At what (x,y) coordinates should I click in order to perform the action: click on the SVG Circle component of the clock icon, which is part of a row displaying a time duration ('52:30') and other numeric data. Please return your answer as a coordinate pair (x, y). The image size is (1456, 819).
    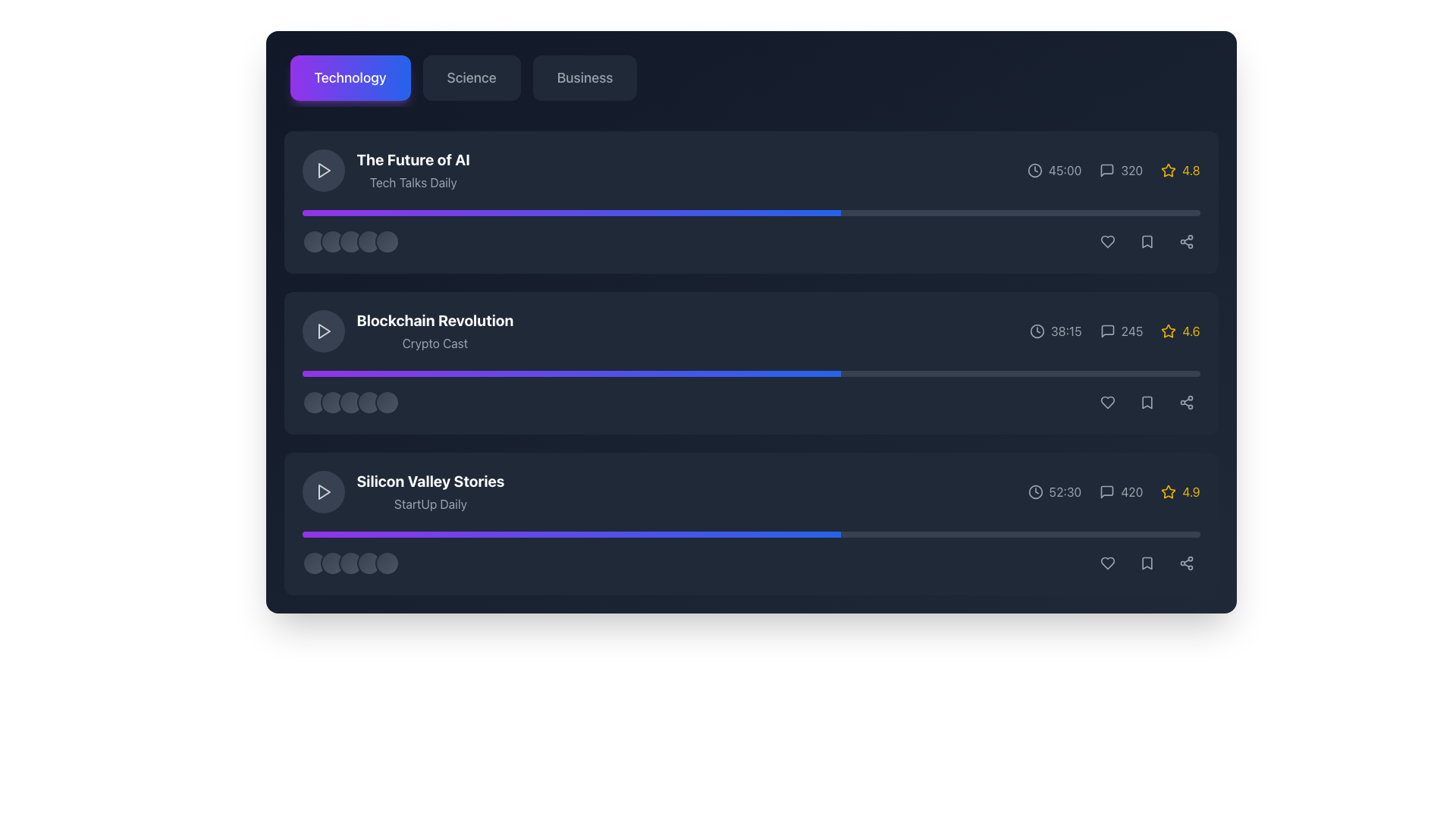
    Looking at the image, I should click on (1034, 491).